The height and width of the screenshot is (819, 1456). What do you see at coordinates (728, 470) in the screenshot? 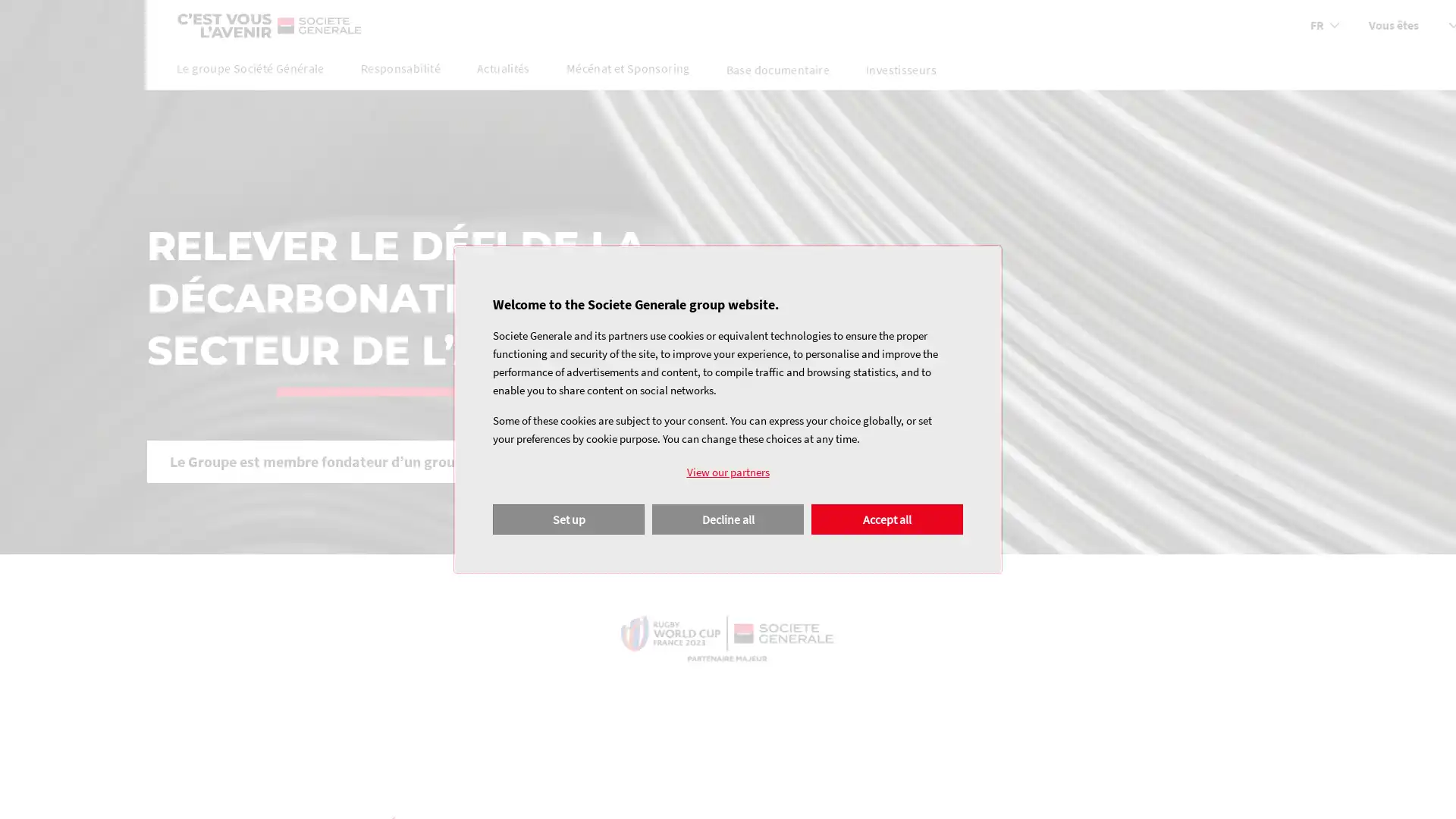
I see `View our partners` at bounding box center [728, 470].